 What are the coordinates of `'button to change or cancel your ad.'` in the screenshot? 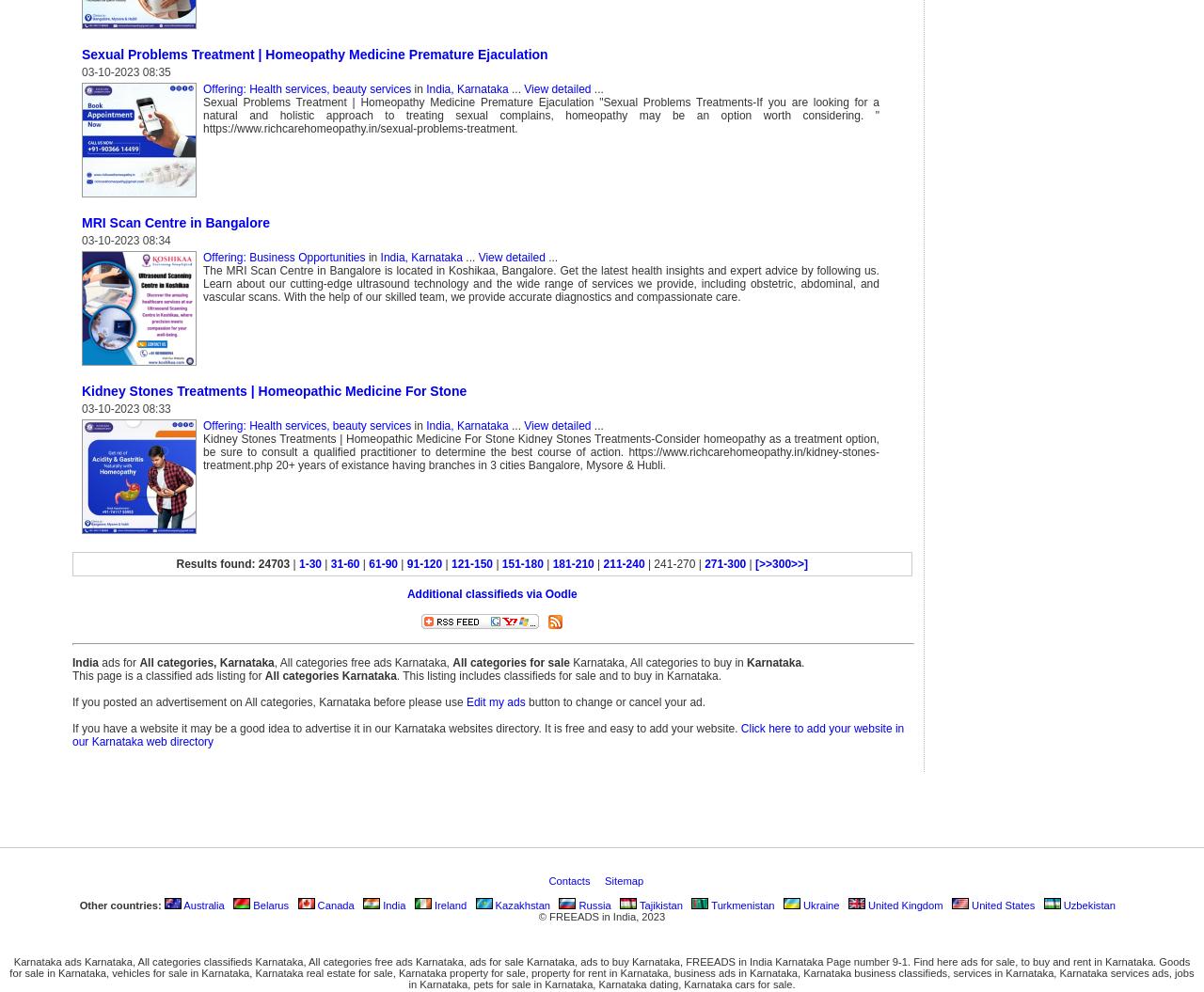 It's located at (614, 701).